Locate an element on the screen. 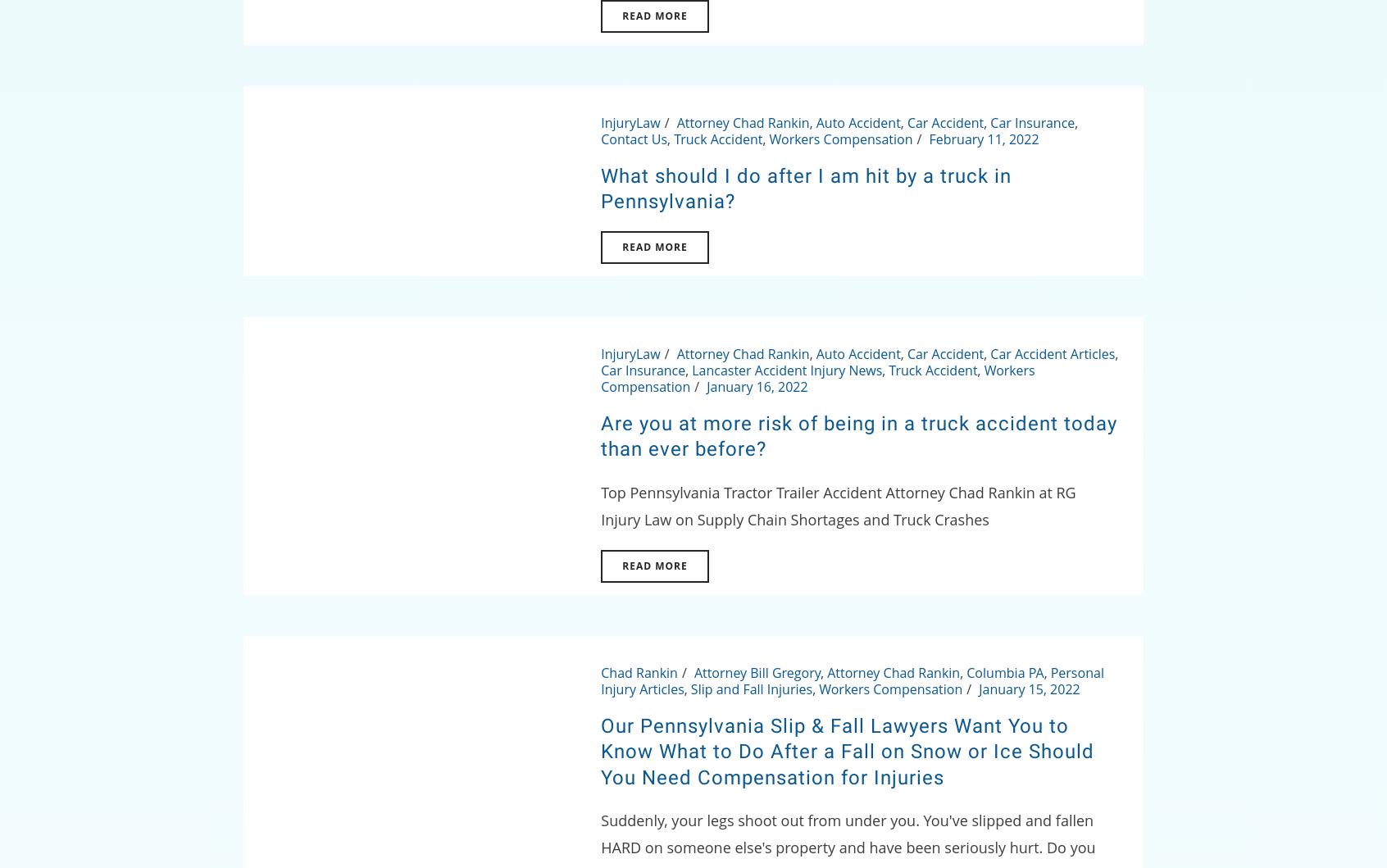 The width and height of the screenshot is (1387, 868). 'February 11, 2022' is located at coordinates (982, 138).